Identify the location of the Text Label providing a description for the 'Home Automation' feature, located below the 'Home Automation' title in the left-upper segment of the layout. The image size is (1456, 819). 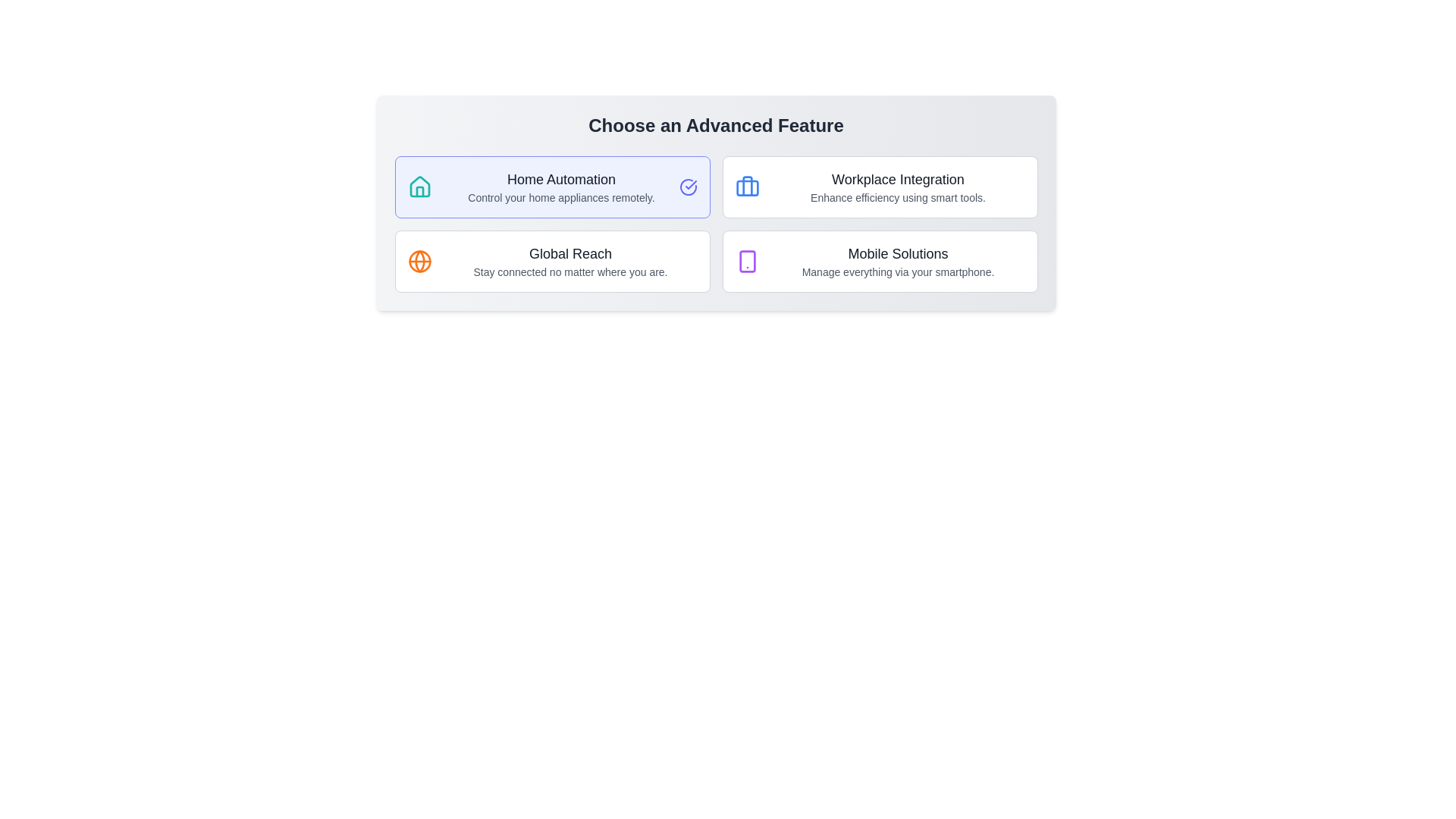
(560, 197).